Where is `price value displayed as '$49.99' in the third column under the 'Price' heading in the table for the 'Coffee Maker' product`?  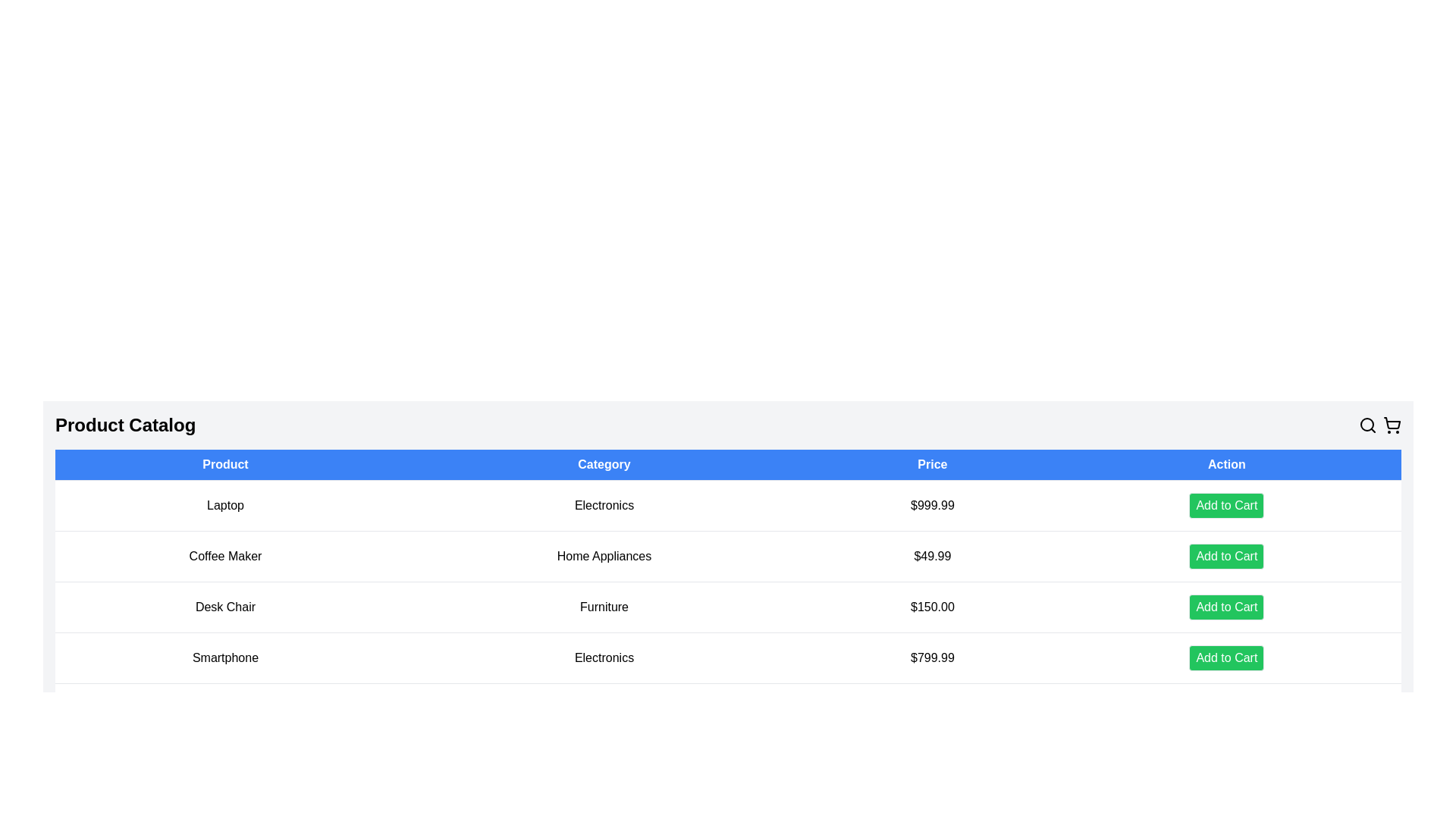 price value displayed as '$49.99' in the third column under the 'Price' heading in the table for the 'Coffee Maker' product is located at coordinates (931, 556).